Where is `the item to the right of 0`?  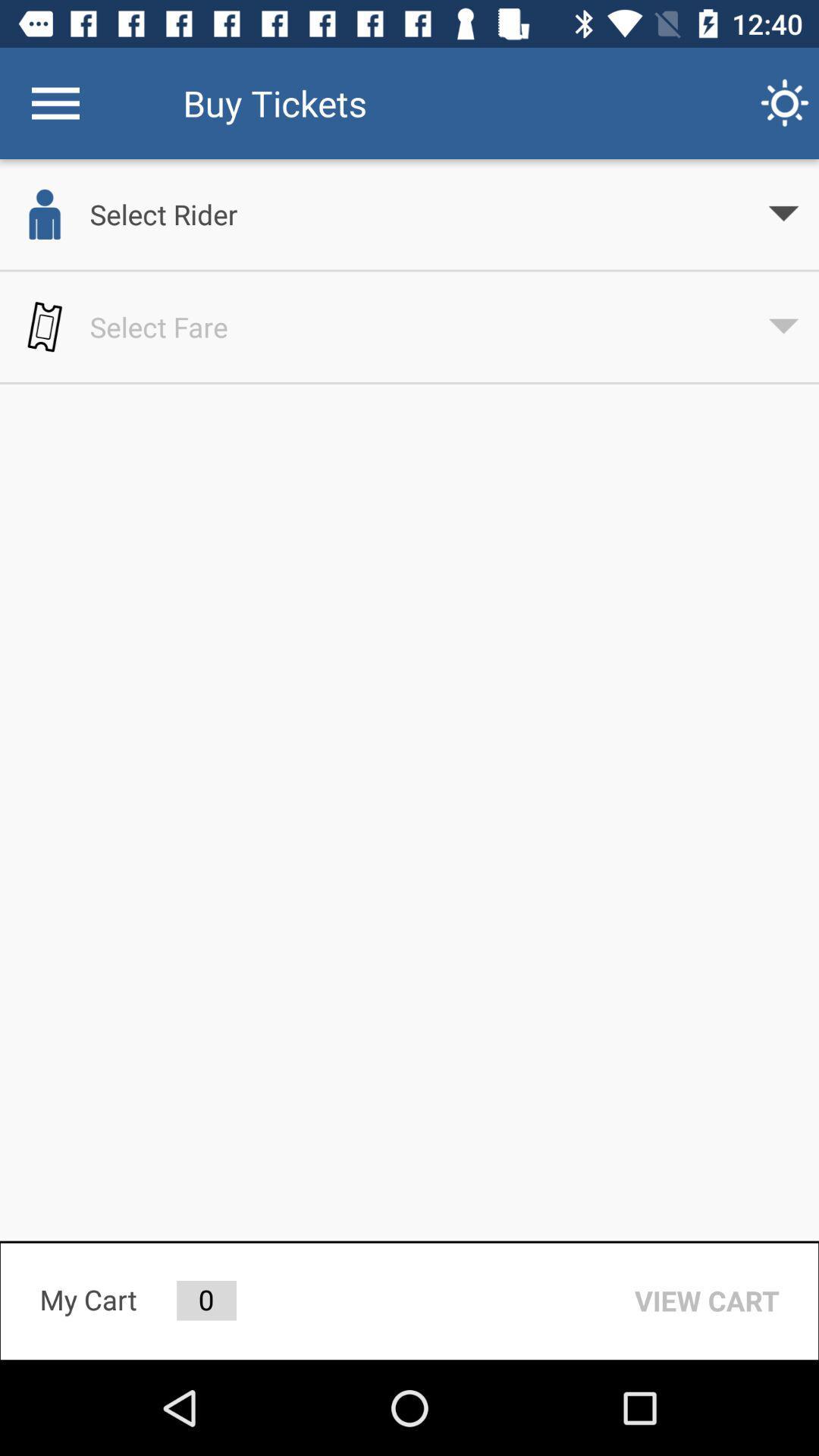
the item to the right of 0 is located at coordinates (707, 1300).